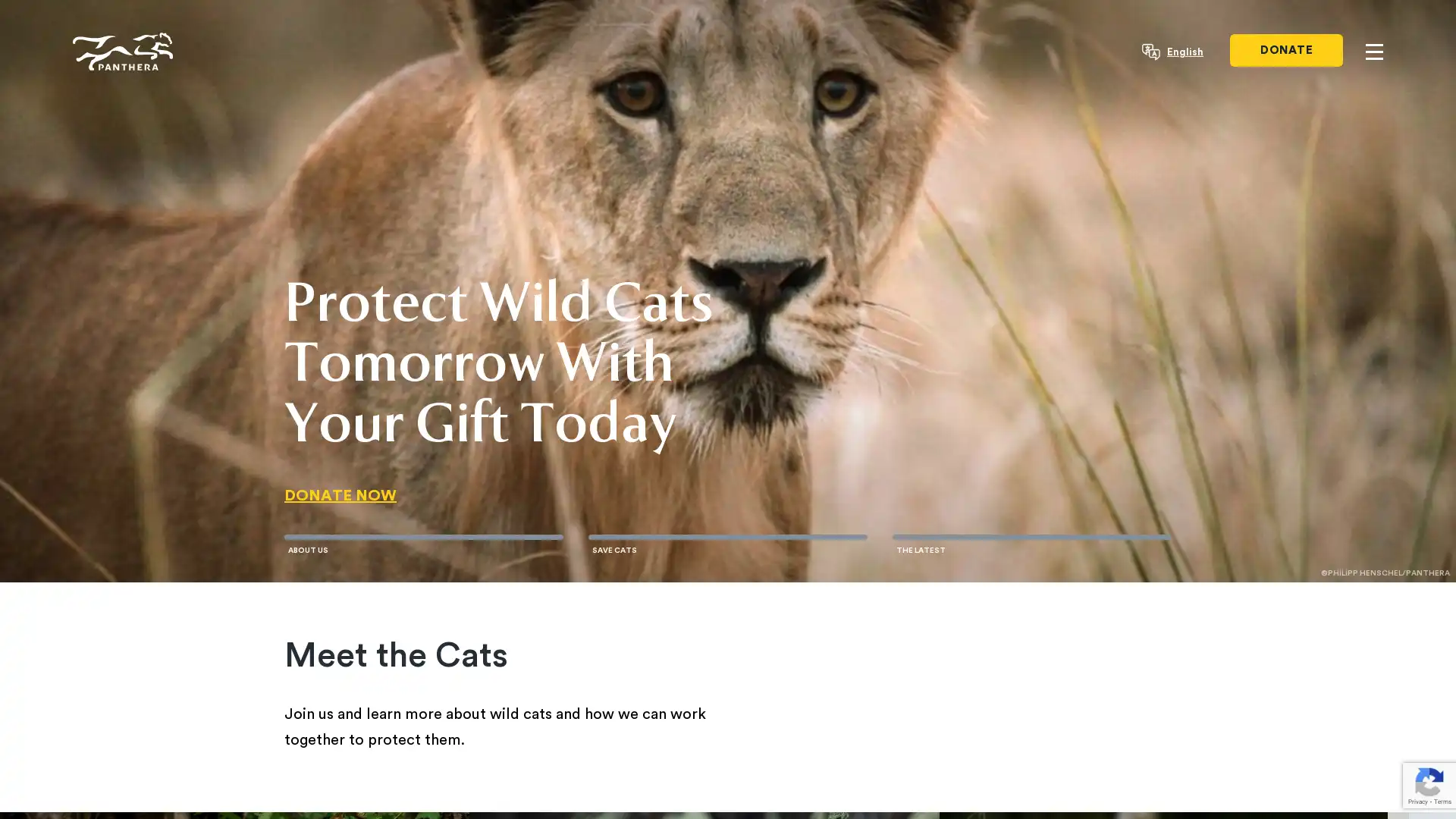  I want to click on Go to slide 1, so click(423, 536).